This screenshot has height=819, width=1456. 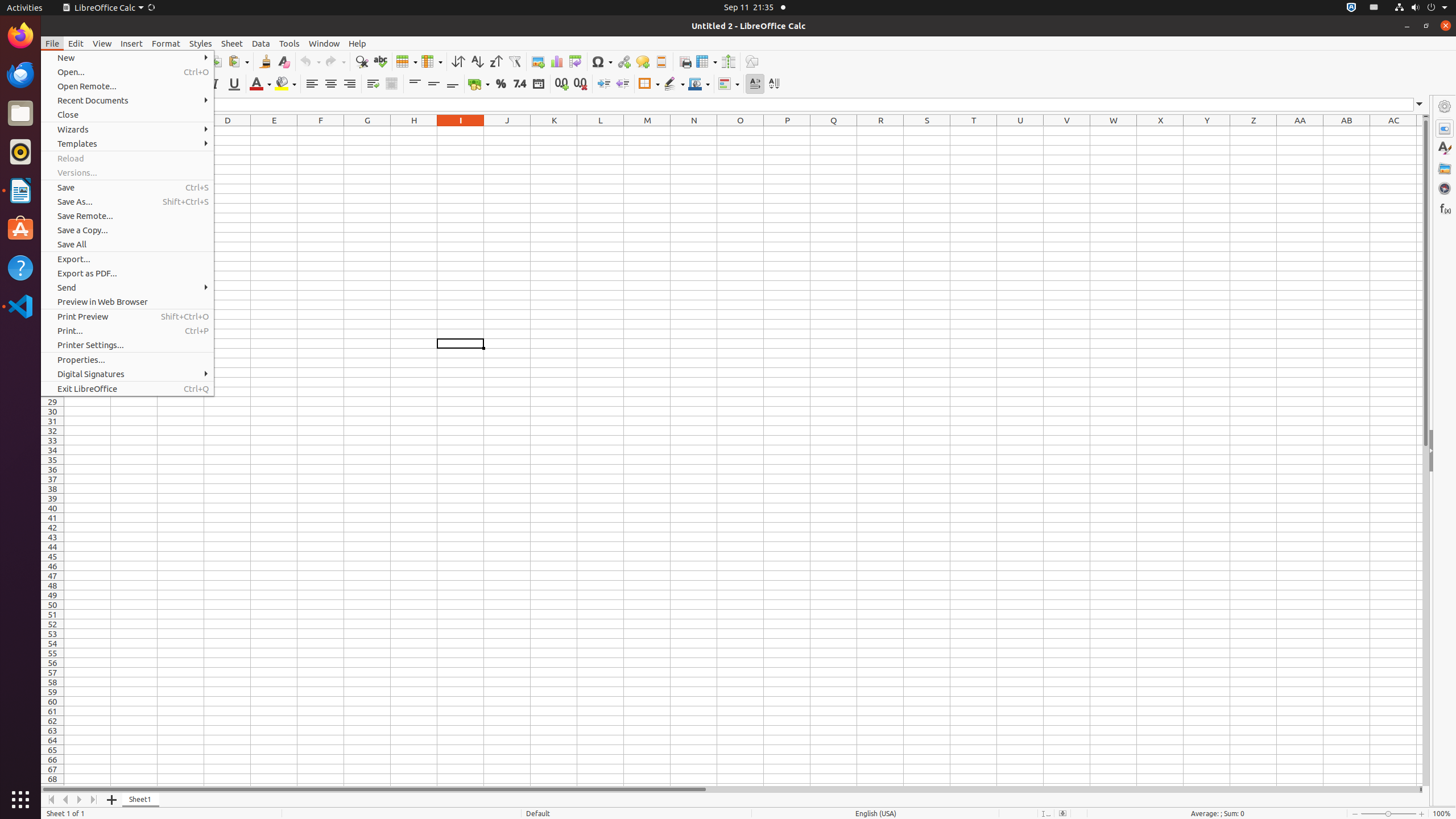 What do you see at coordinates (51, 43) in the screenshot?
I see `'File'` at bounding box center [51, 43].